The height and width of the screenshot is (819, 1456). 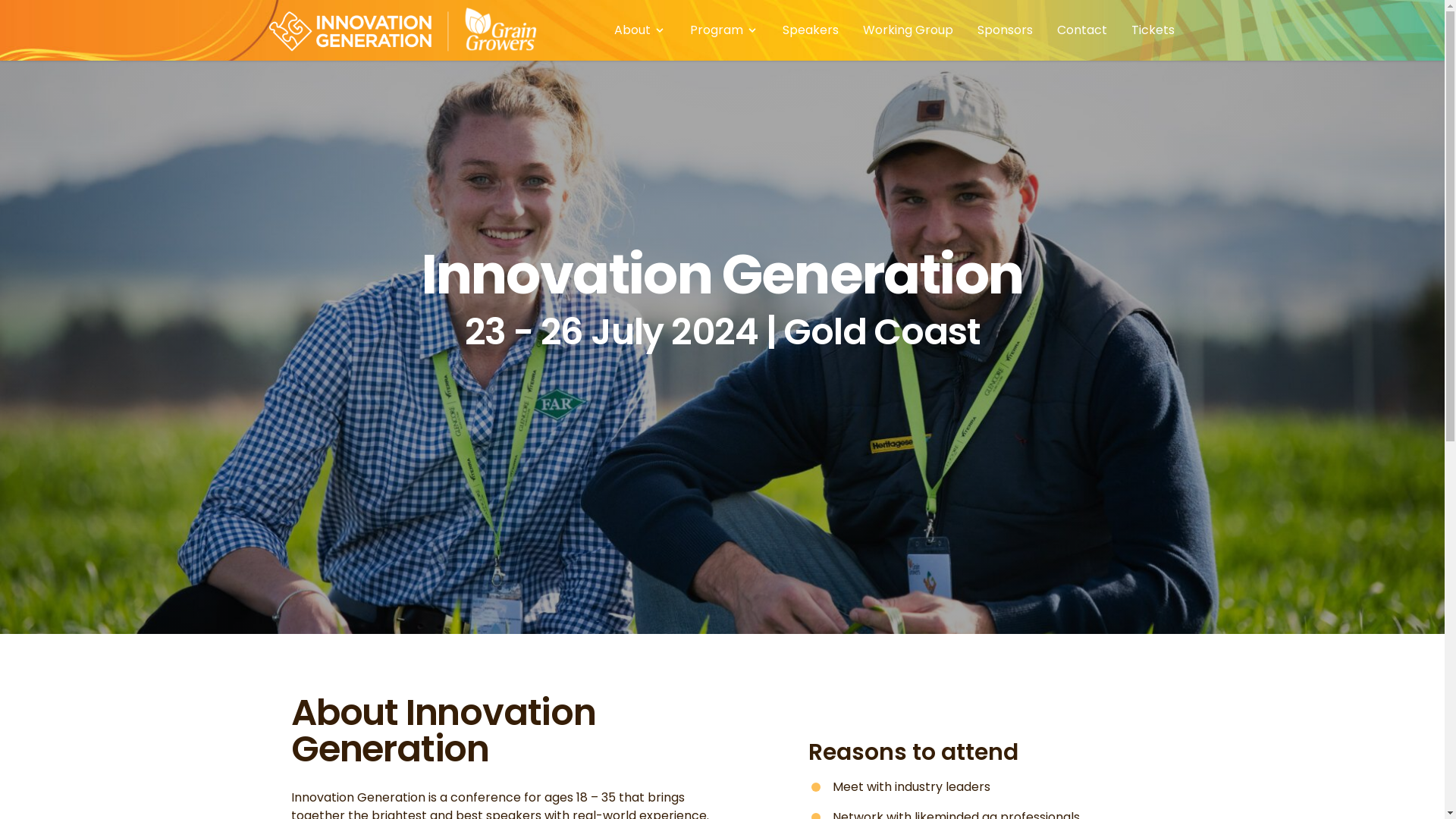 What do you see at coordinates (908, 30) in the screenshot?
I see `'Working Group'` at bounding box center [908, 30].